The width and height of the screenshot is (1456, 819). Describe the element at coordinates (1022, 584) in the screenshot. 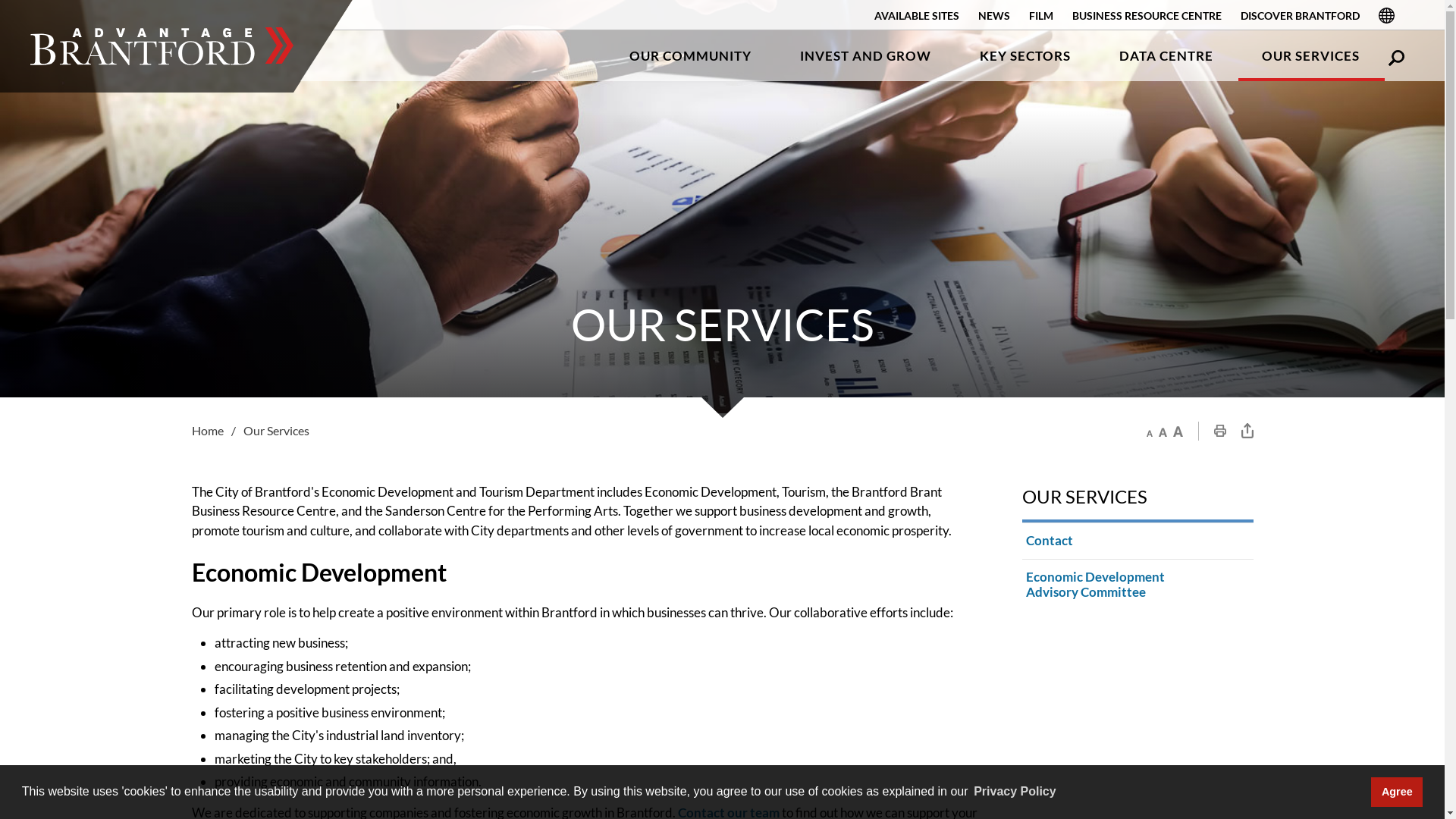

I see `'Economic Development Advisory Committee'` at that location.